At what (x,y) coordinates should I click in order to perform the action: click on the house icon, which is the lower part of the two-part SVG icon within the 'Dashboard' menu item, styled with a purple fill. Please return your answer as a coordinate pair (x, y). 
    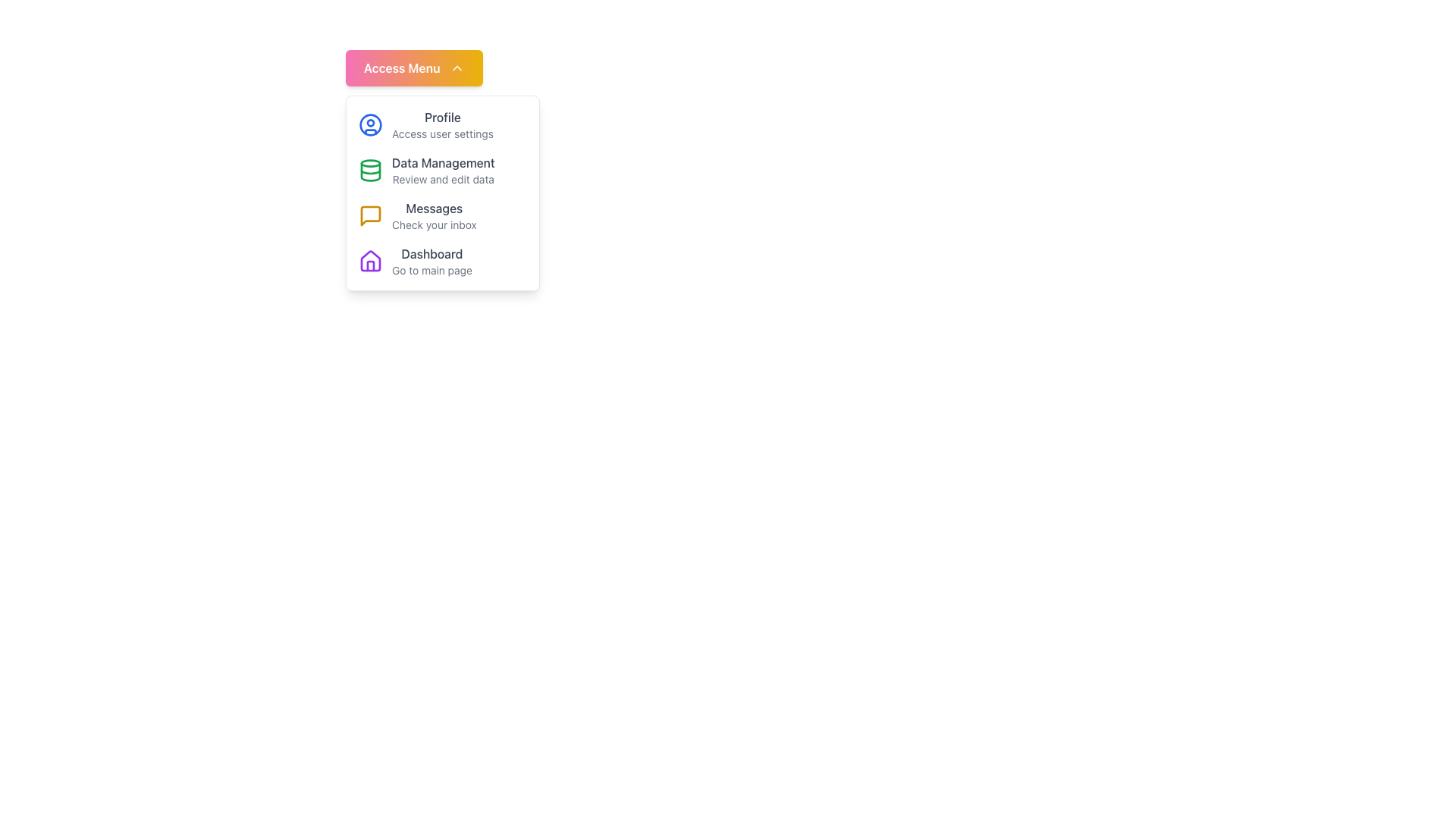
    Looking at the image, I should click on (371, 259).